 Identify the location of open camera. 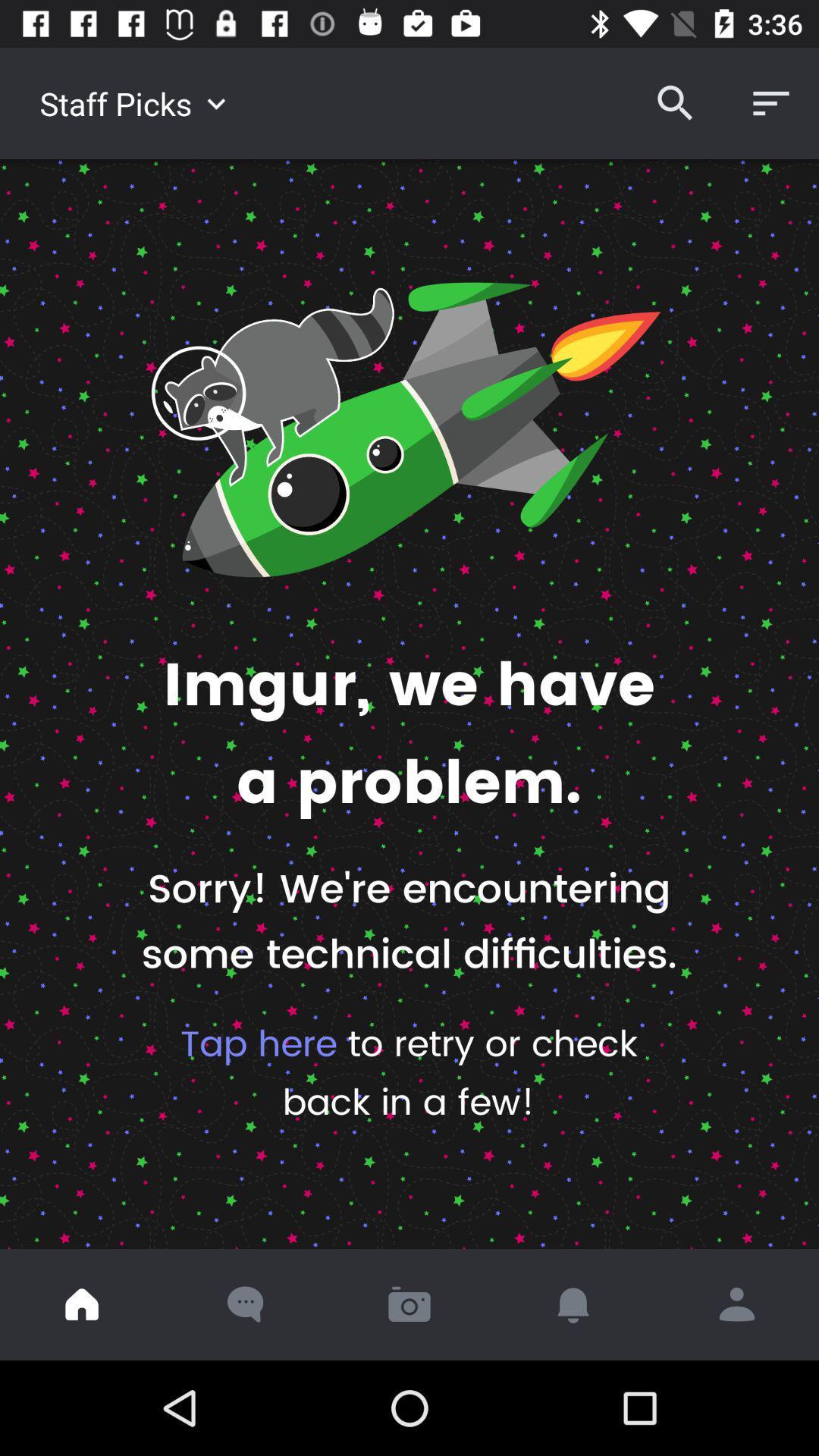
(409, 1304).